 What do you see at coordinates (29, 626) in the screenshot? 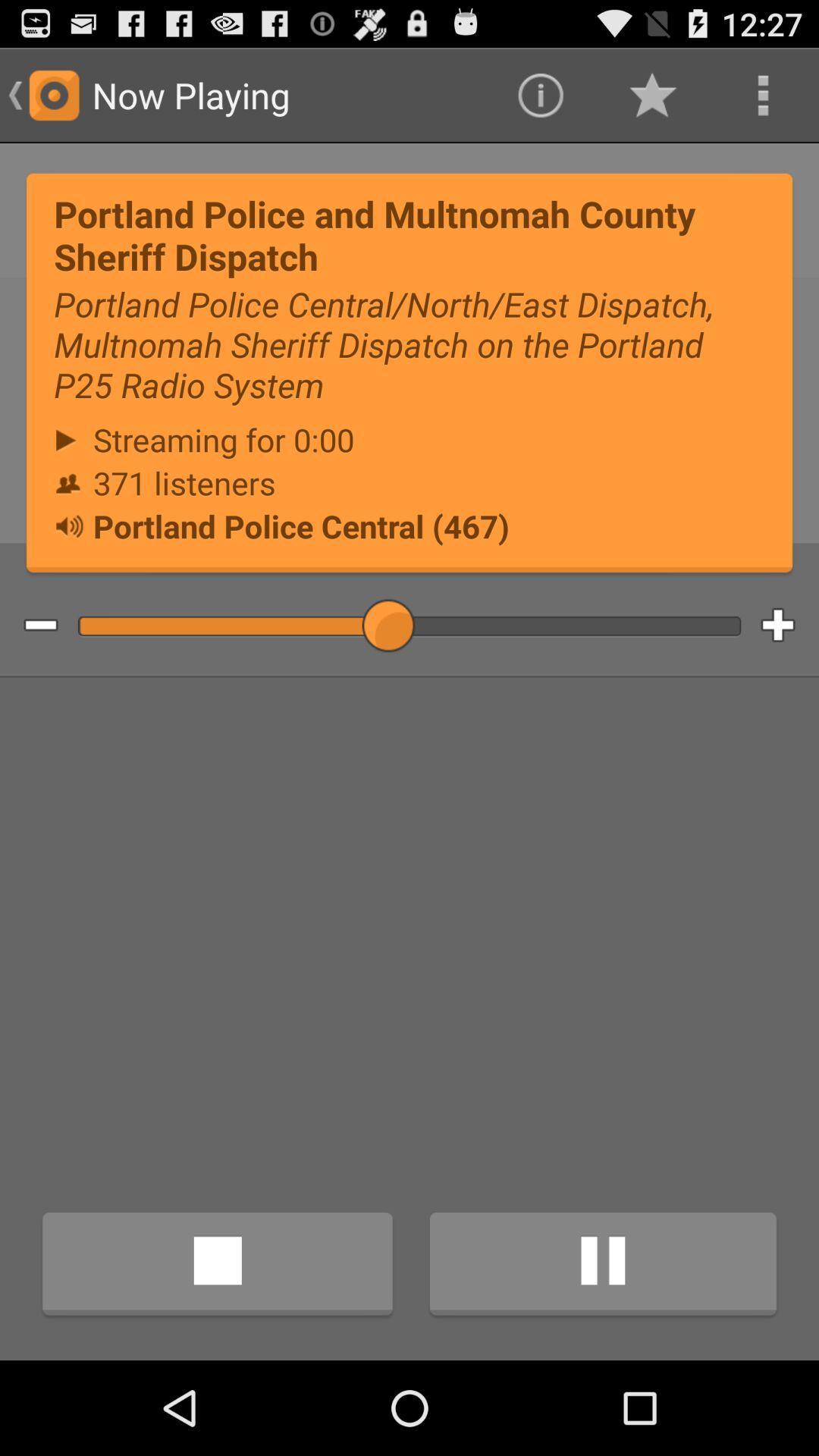
I see `turn down volume` at bounding box center [29, 626].